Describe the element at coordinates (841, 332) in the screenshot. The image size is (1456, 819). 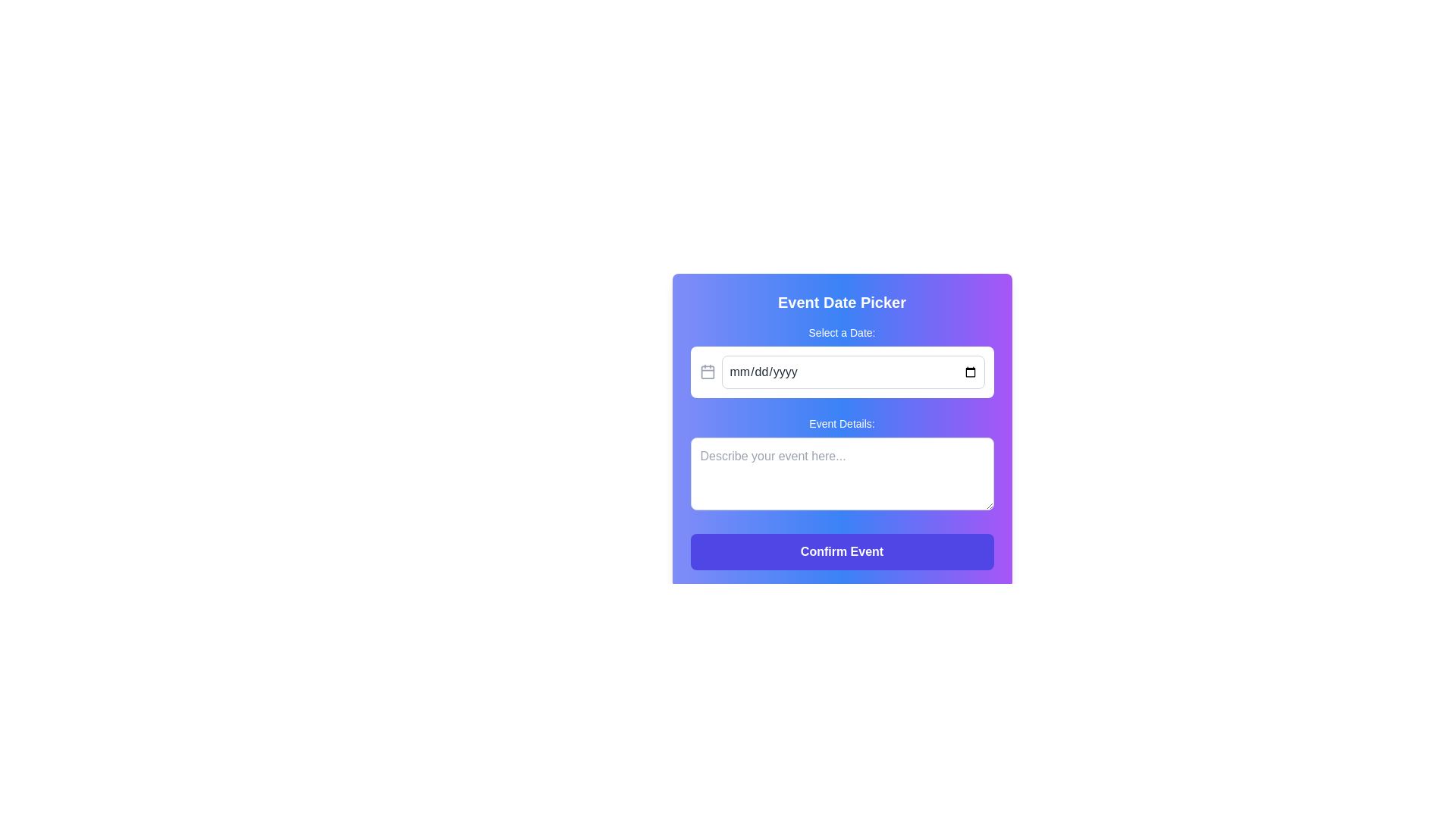
I see `the informational label positioned above the date-picker input field, which provides context for the date input` at that location.